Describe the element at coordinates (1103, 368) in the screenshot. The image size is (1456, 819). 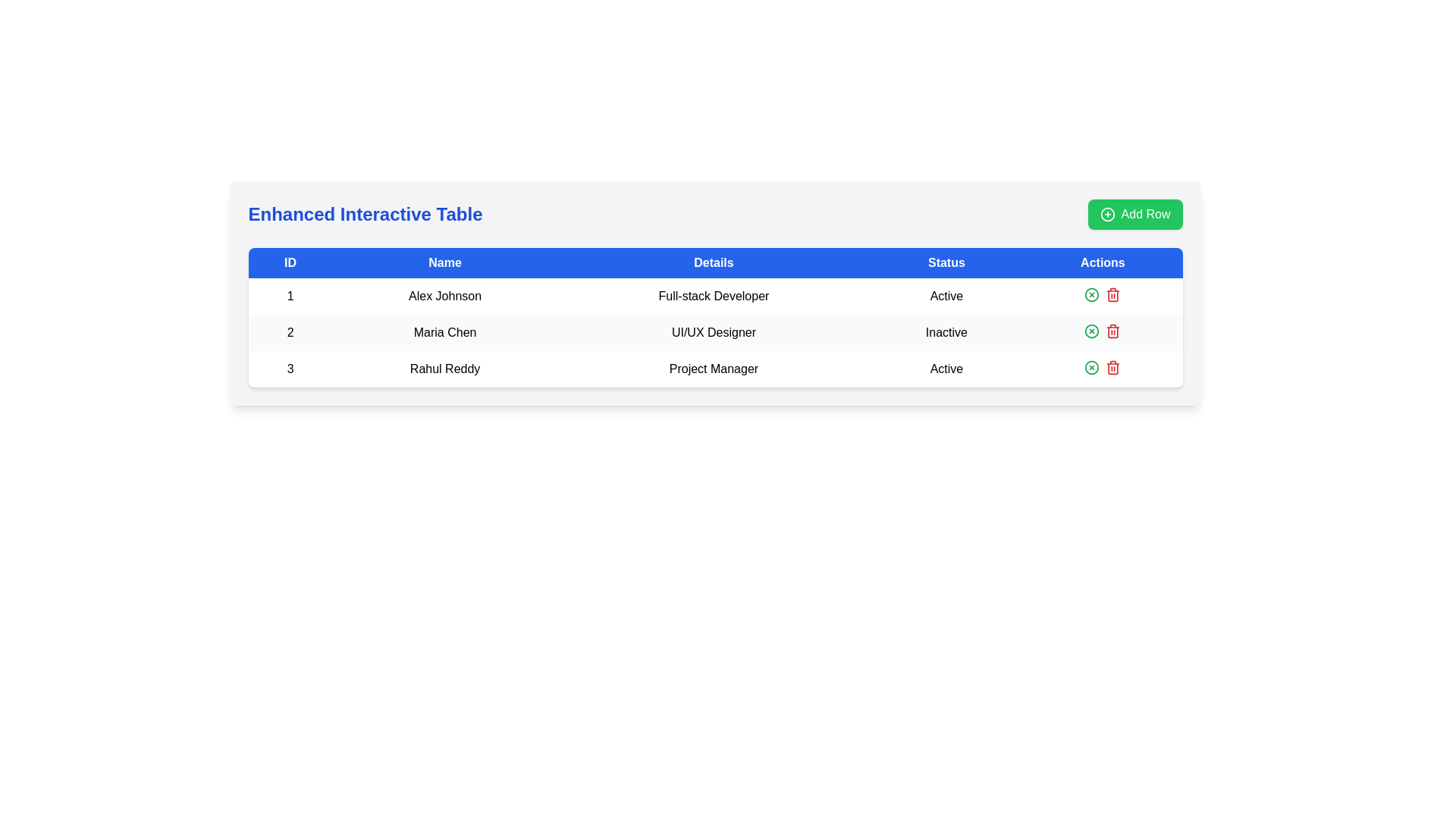
I see `the green circular icon with an 'X' symbol for approval, located at the far right of the third row in the 'Actions' column, aligned with the text 'Active'` at that location.